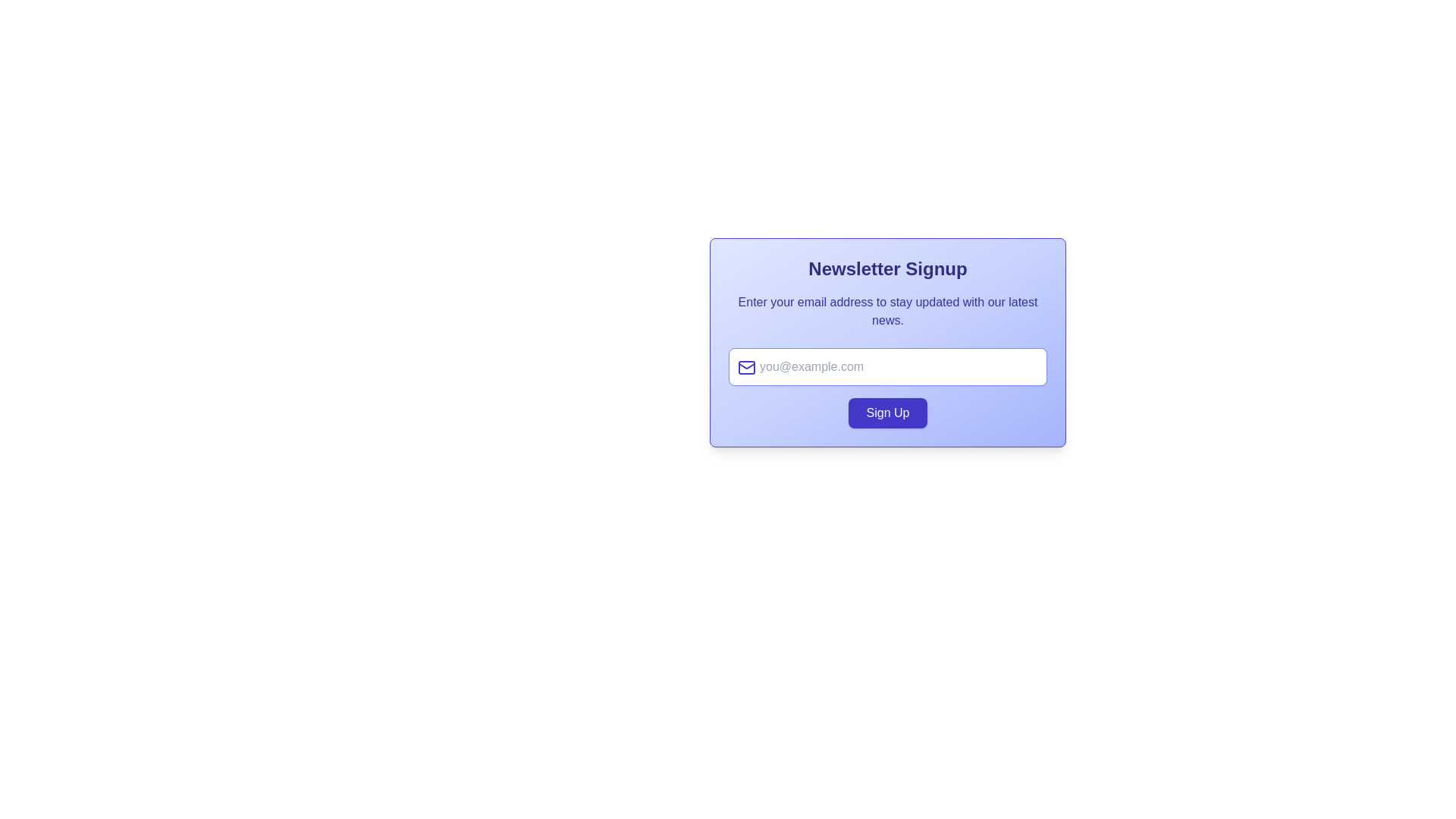 This screenshot has width=1456, height=819. Describe the element at coordinates (888, 268) in the screenshot. I see `the 'Newsletter Signup' text label displayed in bold and large blue font, which is centrally located at the top of a gradient blue card` at that location.